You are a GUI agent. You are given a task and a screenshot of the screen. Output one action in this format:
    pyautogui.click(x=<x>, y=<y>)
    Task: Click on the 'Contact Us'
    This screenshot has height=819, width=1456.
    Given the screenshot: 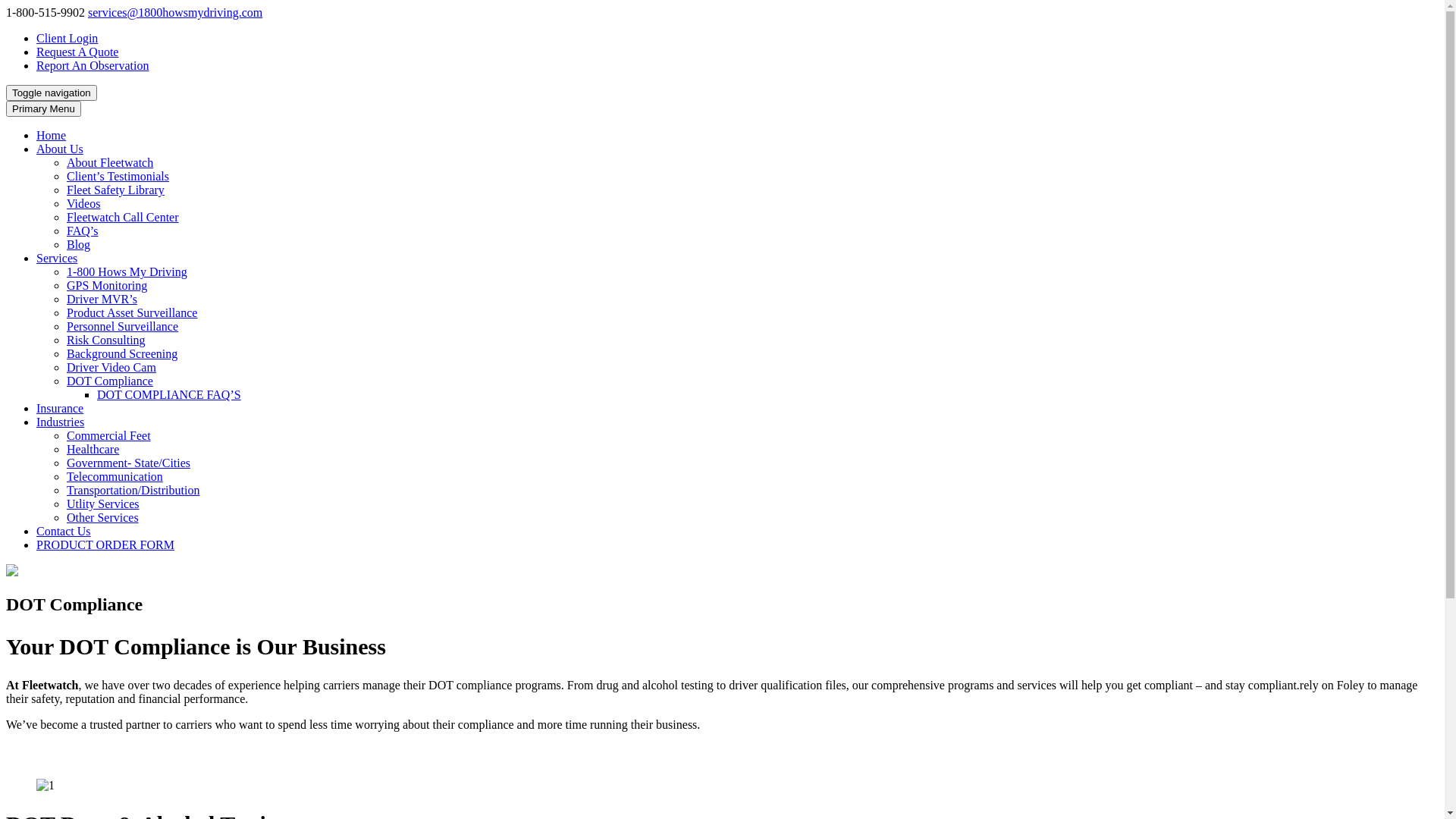 What is the action you would take?
    pyautogui.click(x=62, y=530)
    